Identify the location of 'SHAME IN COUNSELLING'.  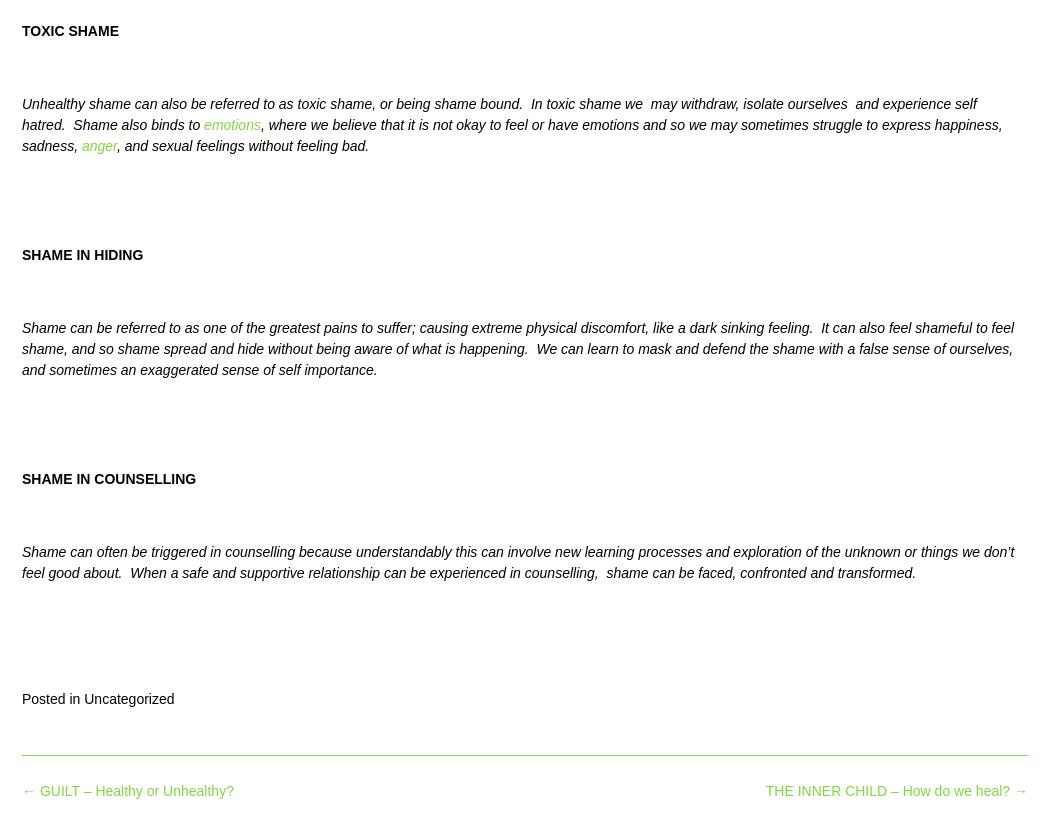
(108, 476).